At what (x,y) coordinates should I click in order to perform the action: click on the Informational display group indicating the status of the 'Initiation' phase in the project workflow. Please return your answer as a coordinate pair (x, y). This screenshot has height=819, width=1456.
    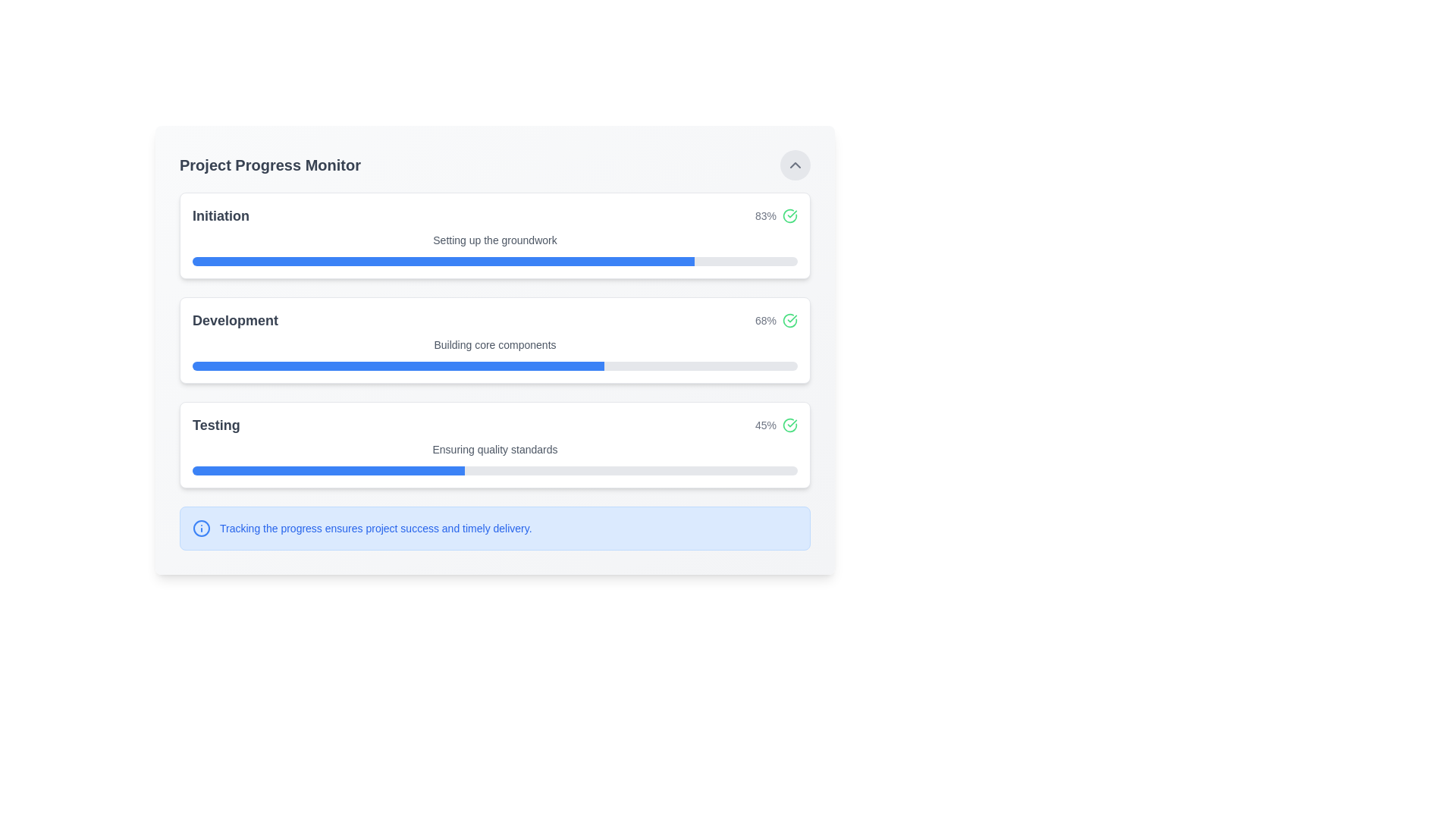
    Looking at the image, I should click on (494, 216).